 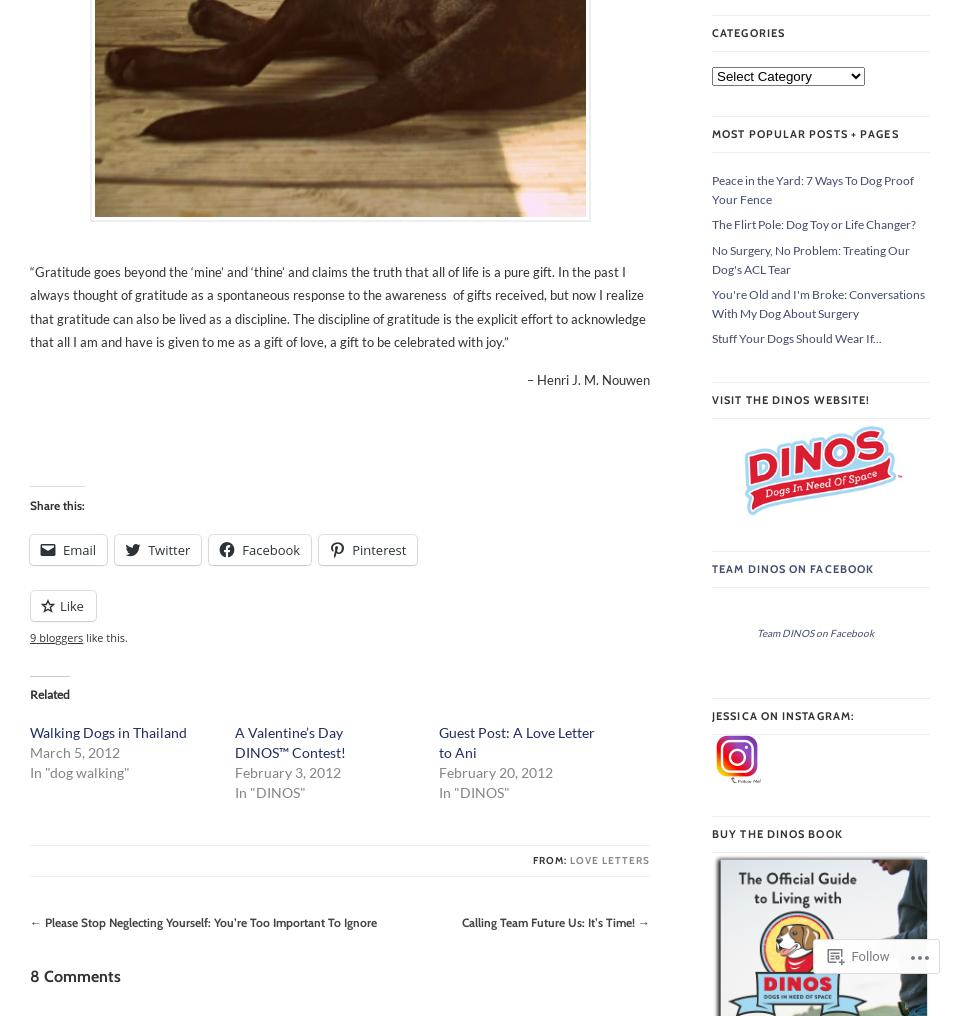 I want to click on 'From:', so click(x=551, y=860).